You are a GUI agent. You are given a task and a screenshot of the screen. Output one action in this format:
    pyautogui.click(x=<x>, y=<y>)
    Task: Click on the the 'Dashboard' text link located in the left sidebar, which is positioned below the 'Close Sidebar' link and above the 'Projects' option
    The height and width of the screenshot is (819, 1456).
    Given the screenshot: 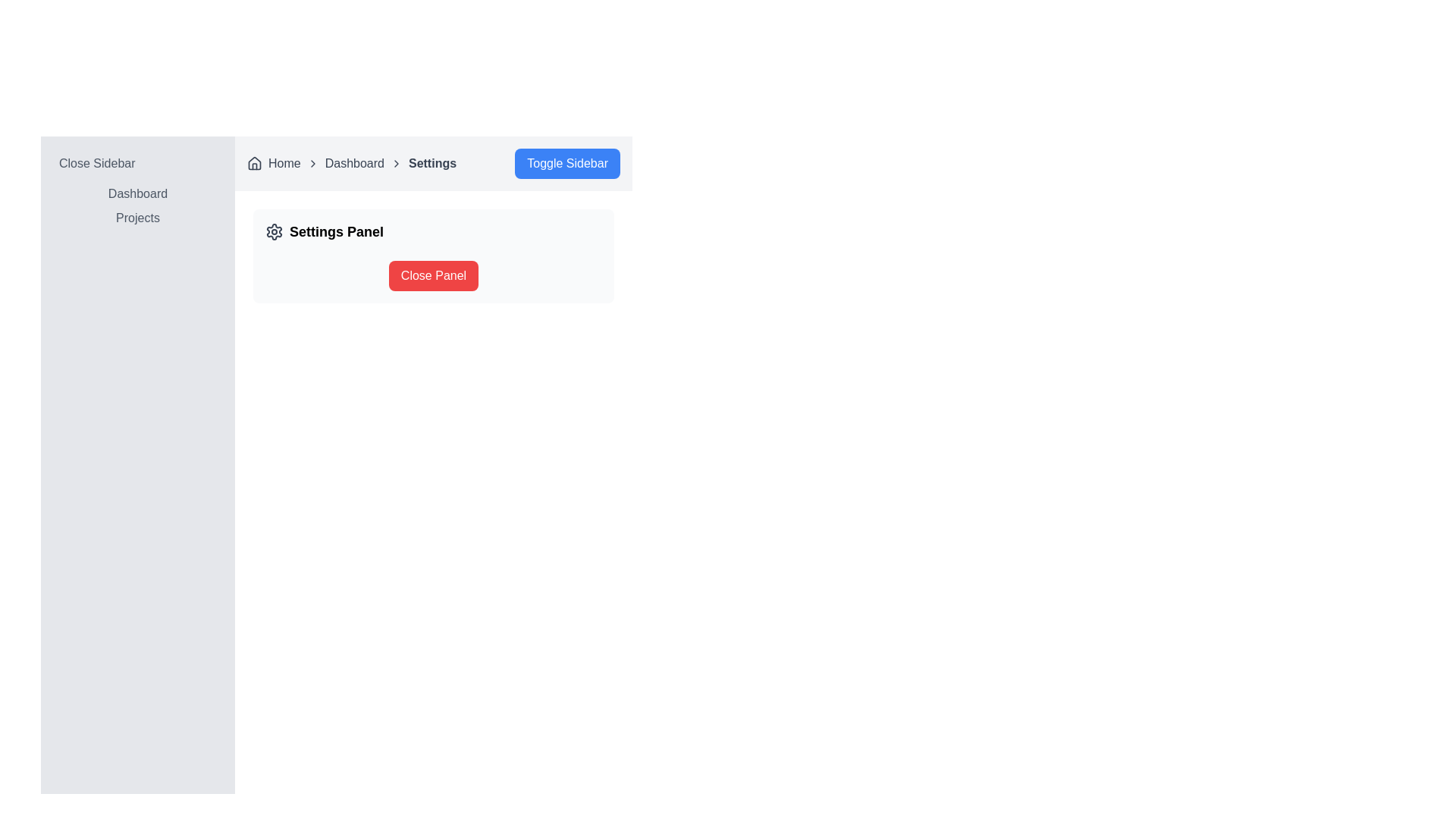 What is the action you would take?
    pyautogui.click(x=138, y=192)
    